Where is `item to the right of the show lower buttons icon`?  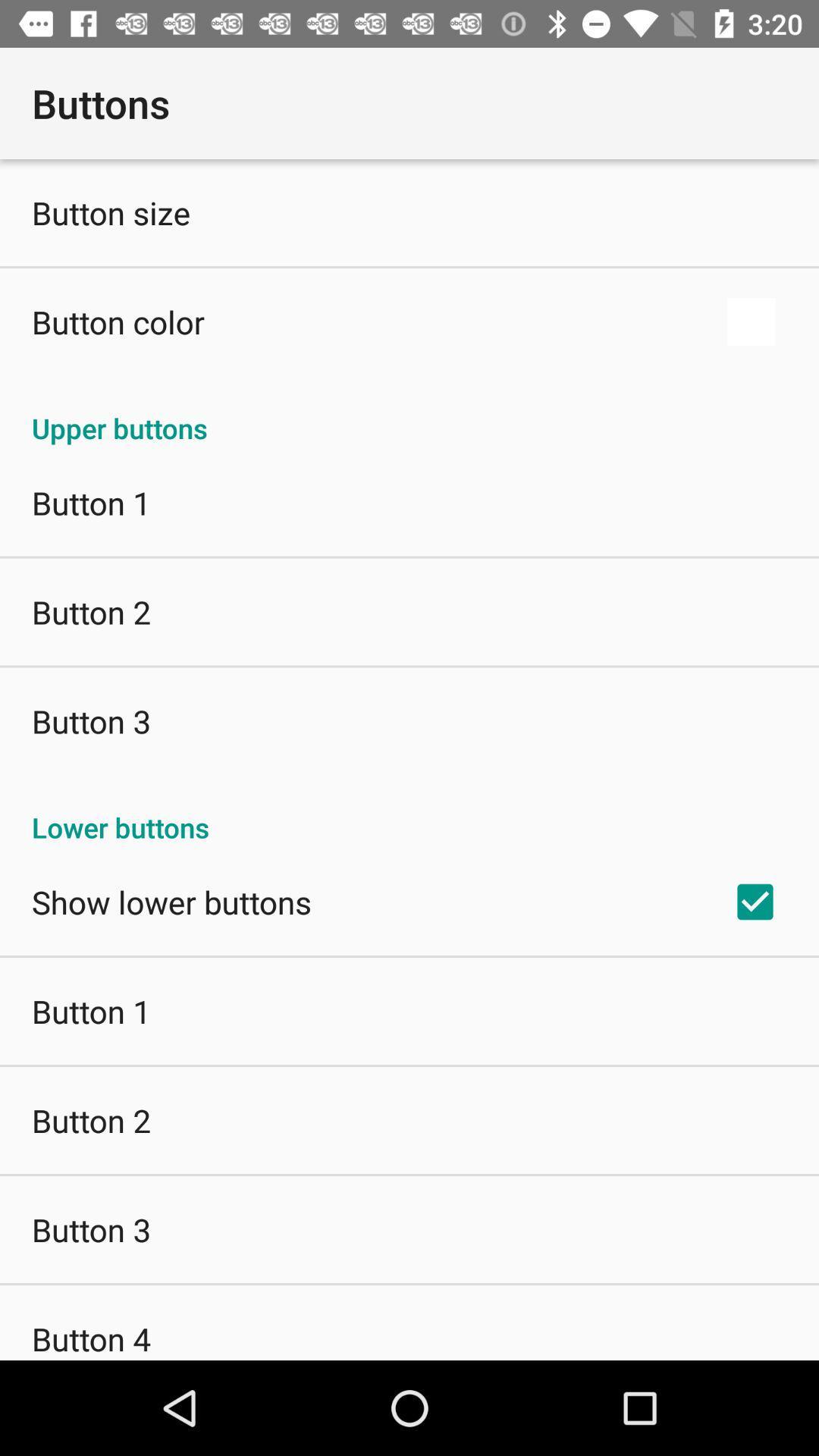 item to the right of the show lower buttons icon is located at coordinates (755, 902).